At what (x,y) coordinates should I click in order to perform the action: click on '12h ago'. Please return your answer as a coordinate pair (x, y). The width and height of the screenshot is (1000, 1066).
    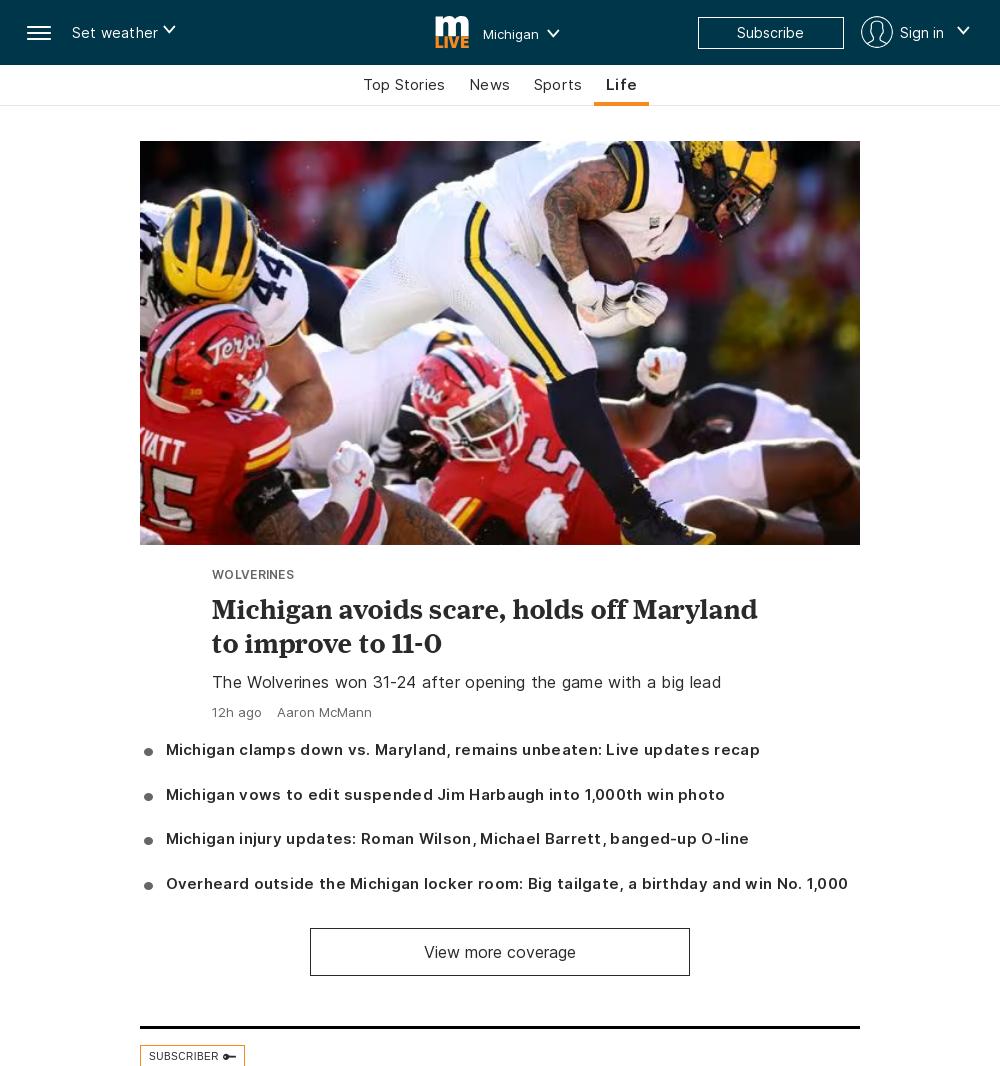
    Looking at the image, I should click on (236, 710).